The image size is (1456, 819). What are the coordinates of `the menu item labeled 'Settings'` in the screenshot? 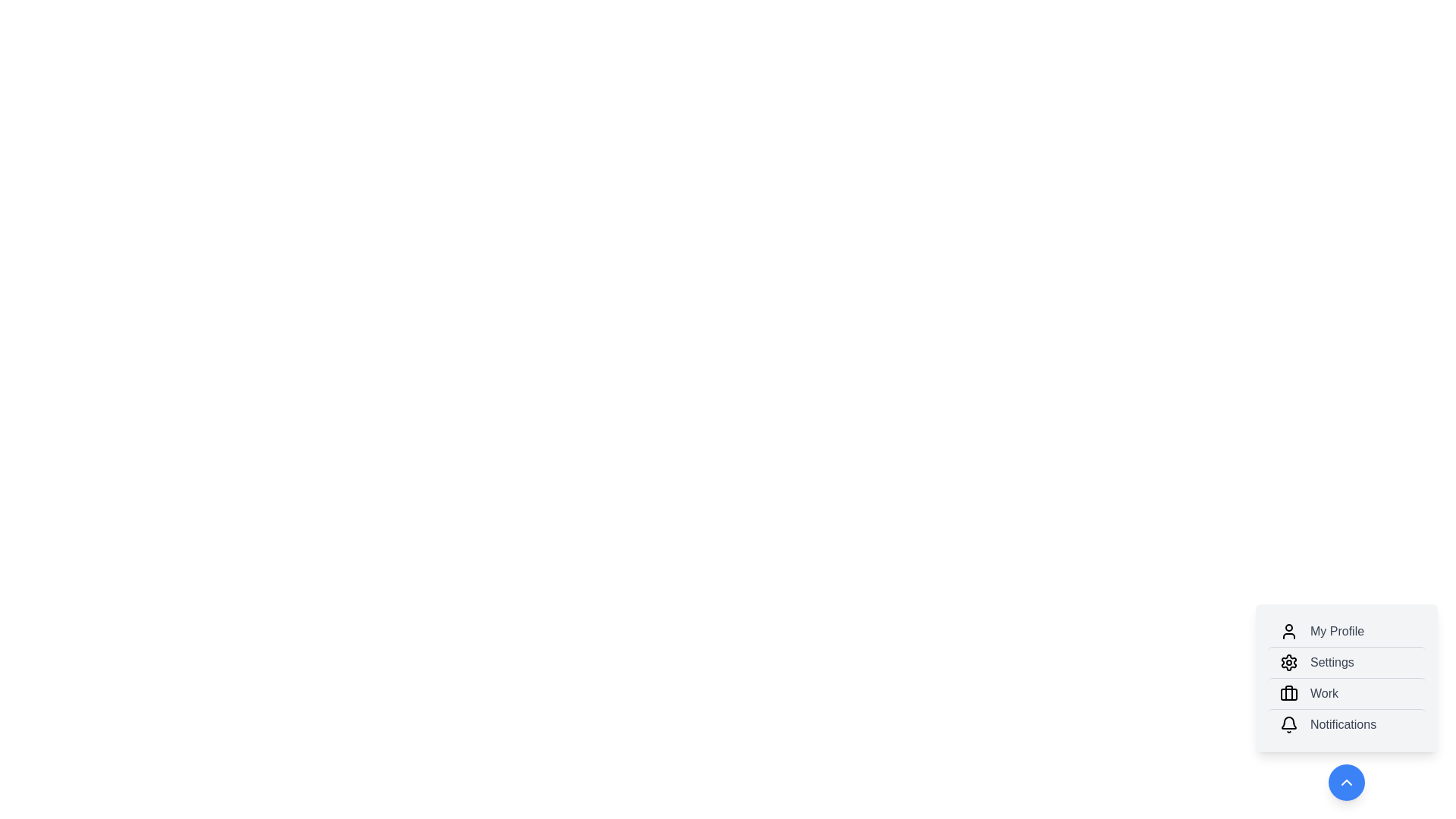 It's located at (1347, 661).